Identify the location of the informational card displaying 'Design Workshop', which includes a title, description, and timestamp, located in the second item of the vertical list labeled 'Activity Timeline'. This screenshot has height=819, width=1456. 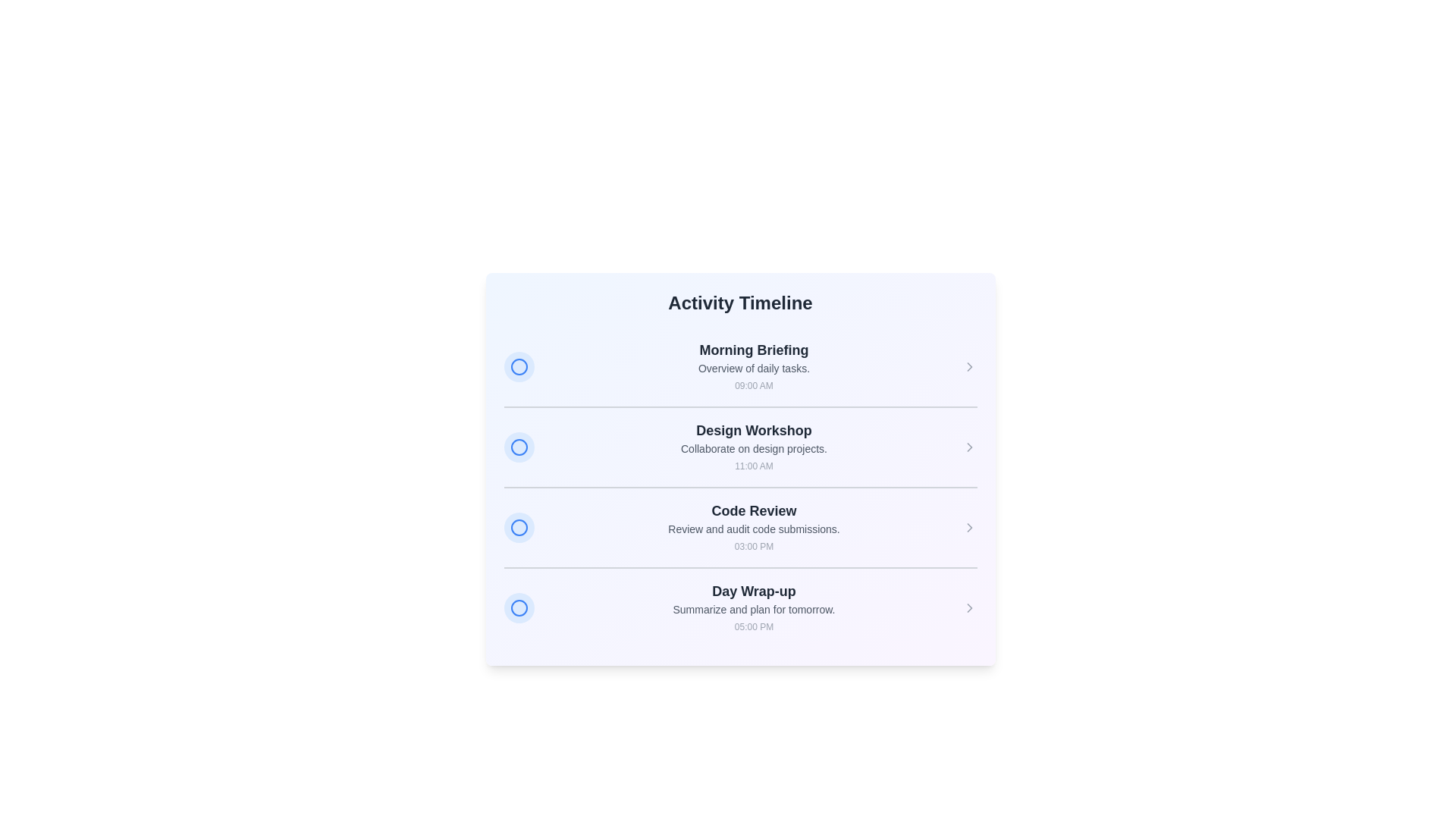
(754, 447).